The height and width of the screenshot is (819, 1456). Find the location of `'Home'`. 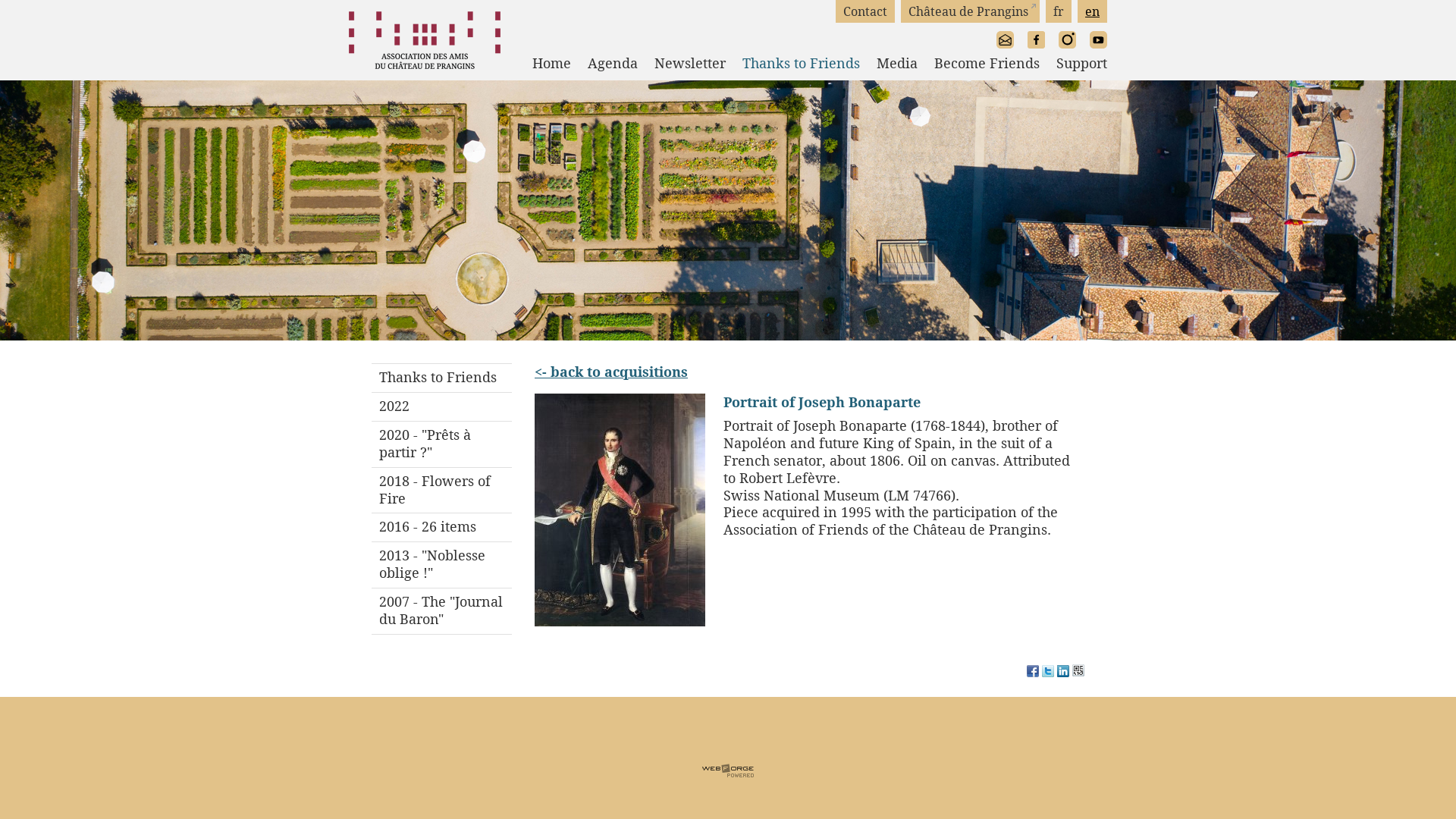

'Home' is located at coordinates (543, 63).